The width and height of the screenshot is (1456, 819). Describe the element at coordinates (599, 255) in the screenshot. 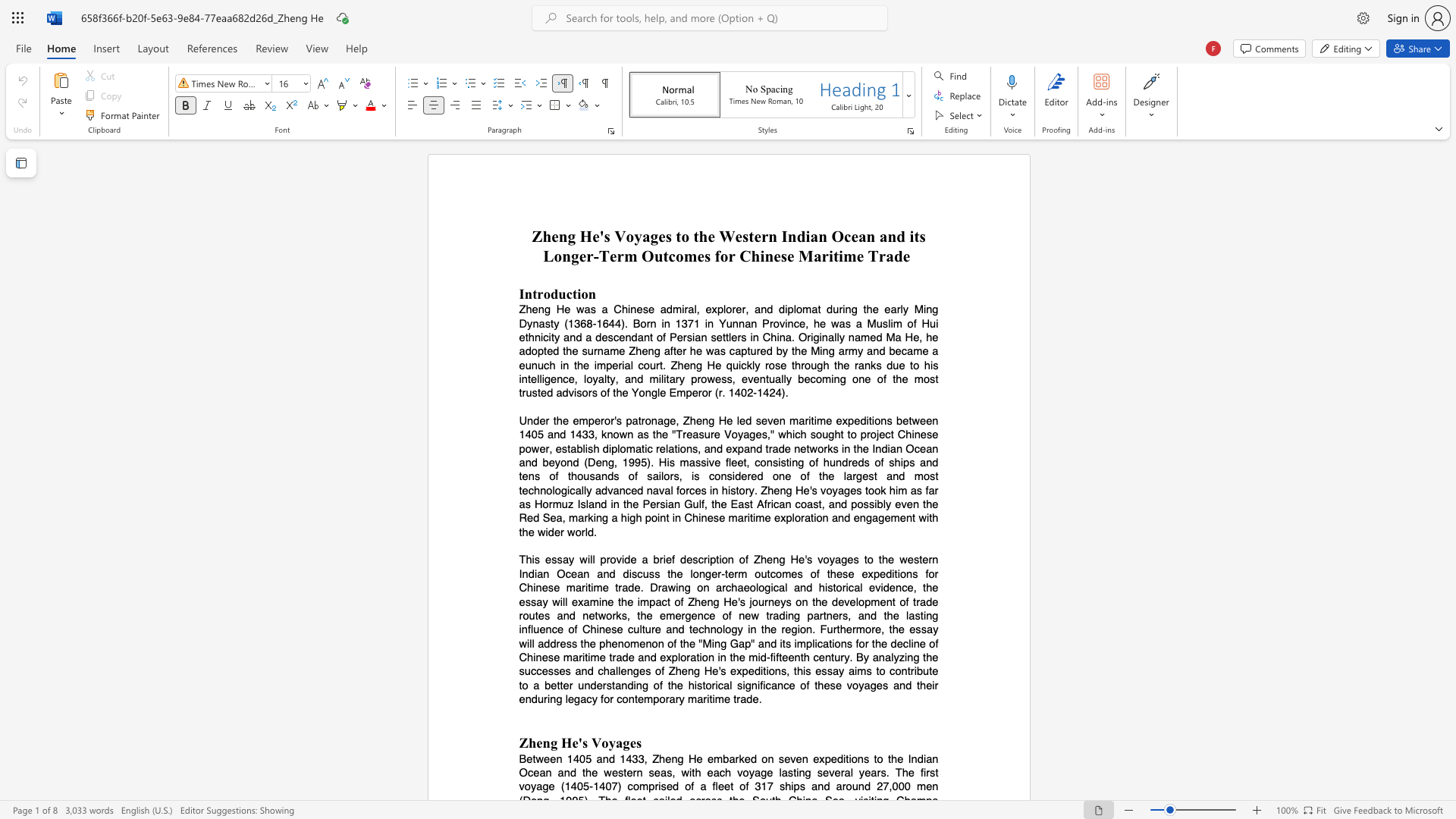

I see `the space between the continuous character "-" and "T" in the text` at that location.